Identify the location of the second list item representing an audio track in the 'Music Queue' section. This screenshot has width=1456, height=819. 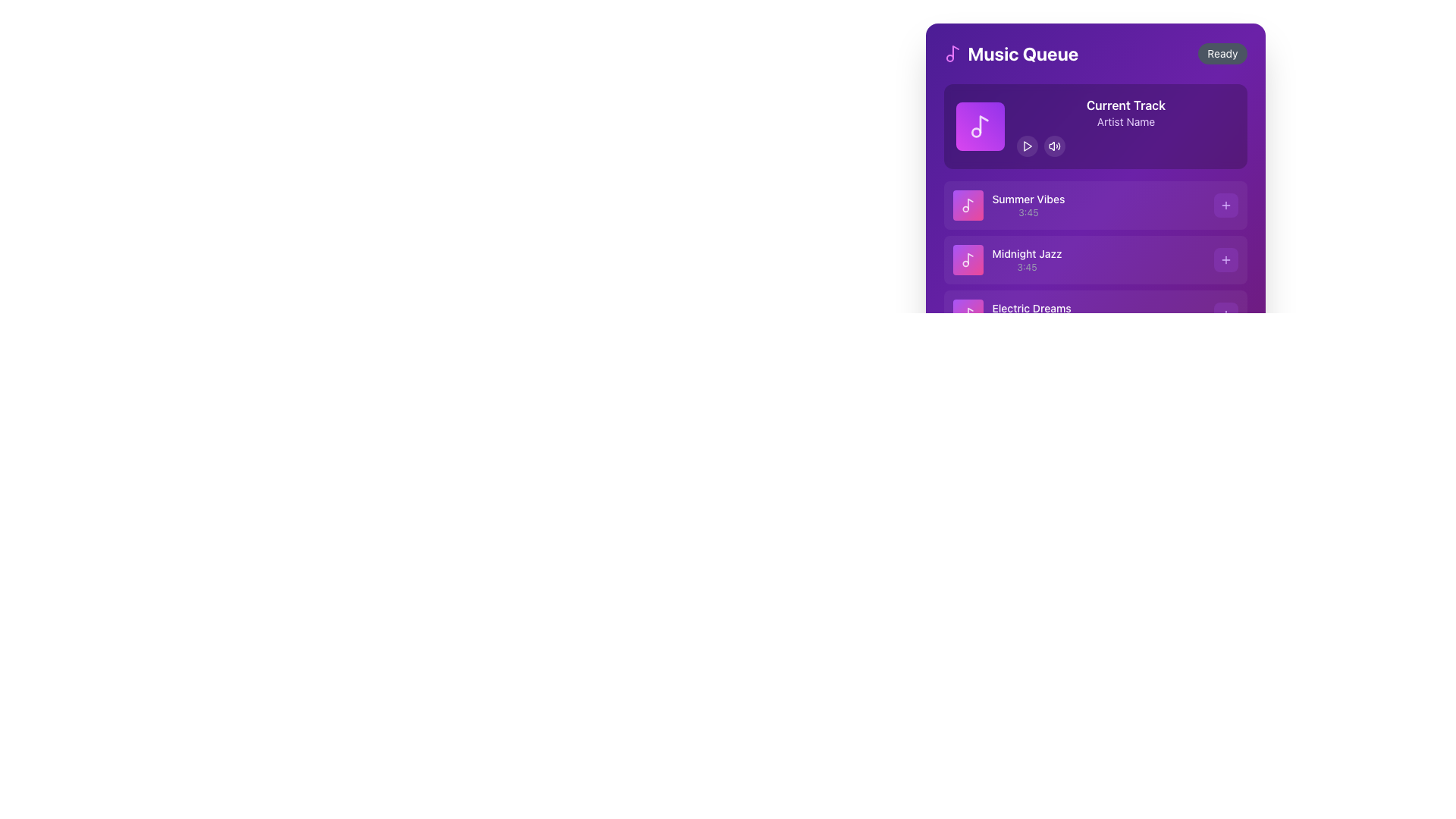
(1095, 259).